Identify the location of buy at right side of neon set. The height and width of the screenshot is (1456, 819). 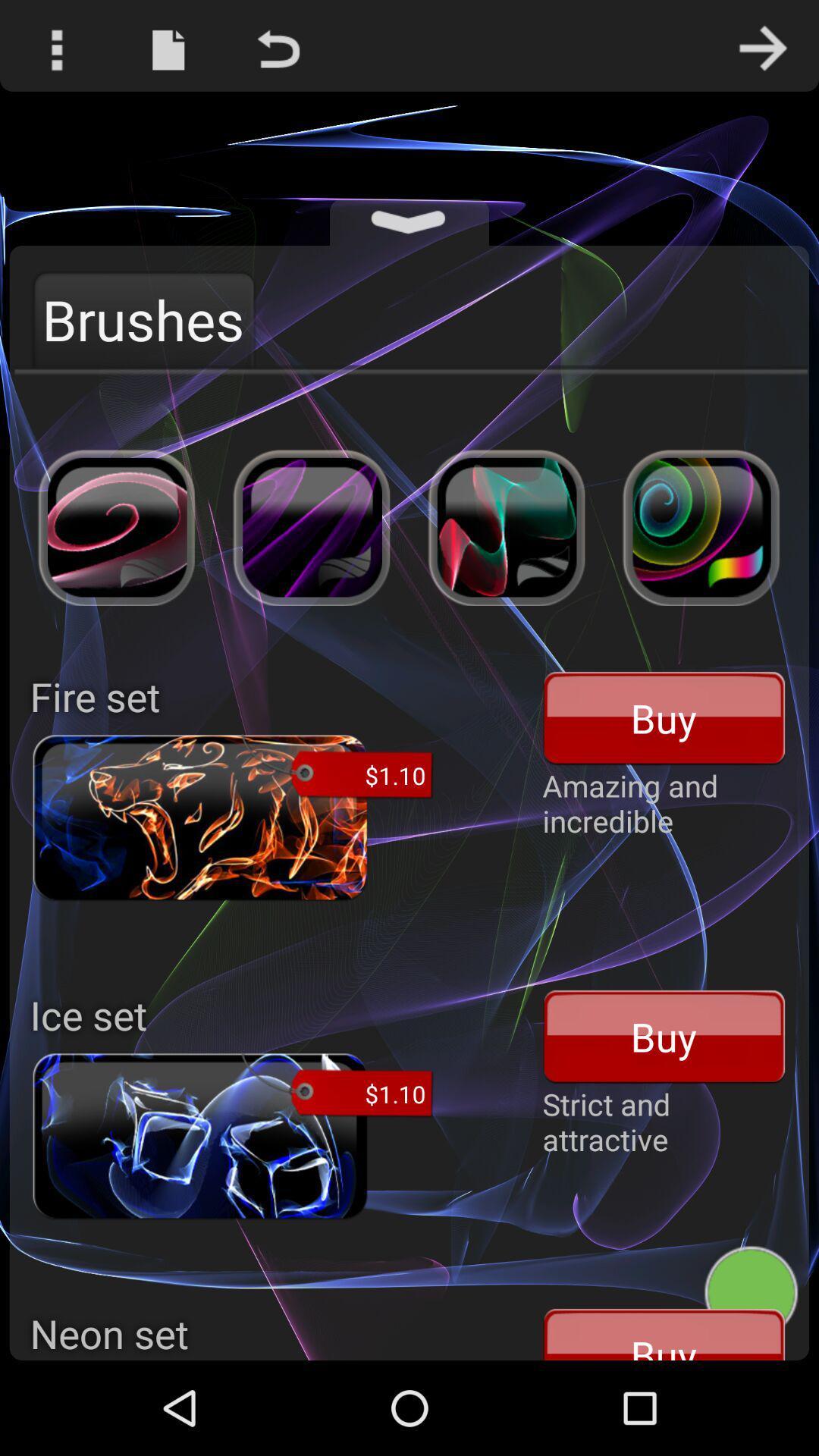
(664, 1332).